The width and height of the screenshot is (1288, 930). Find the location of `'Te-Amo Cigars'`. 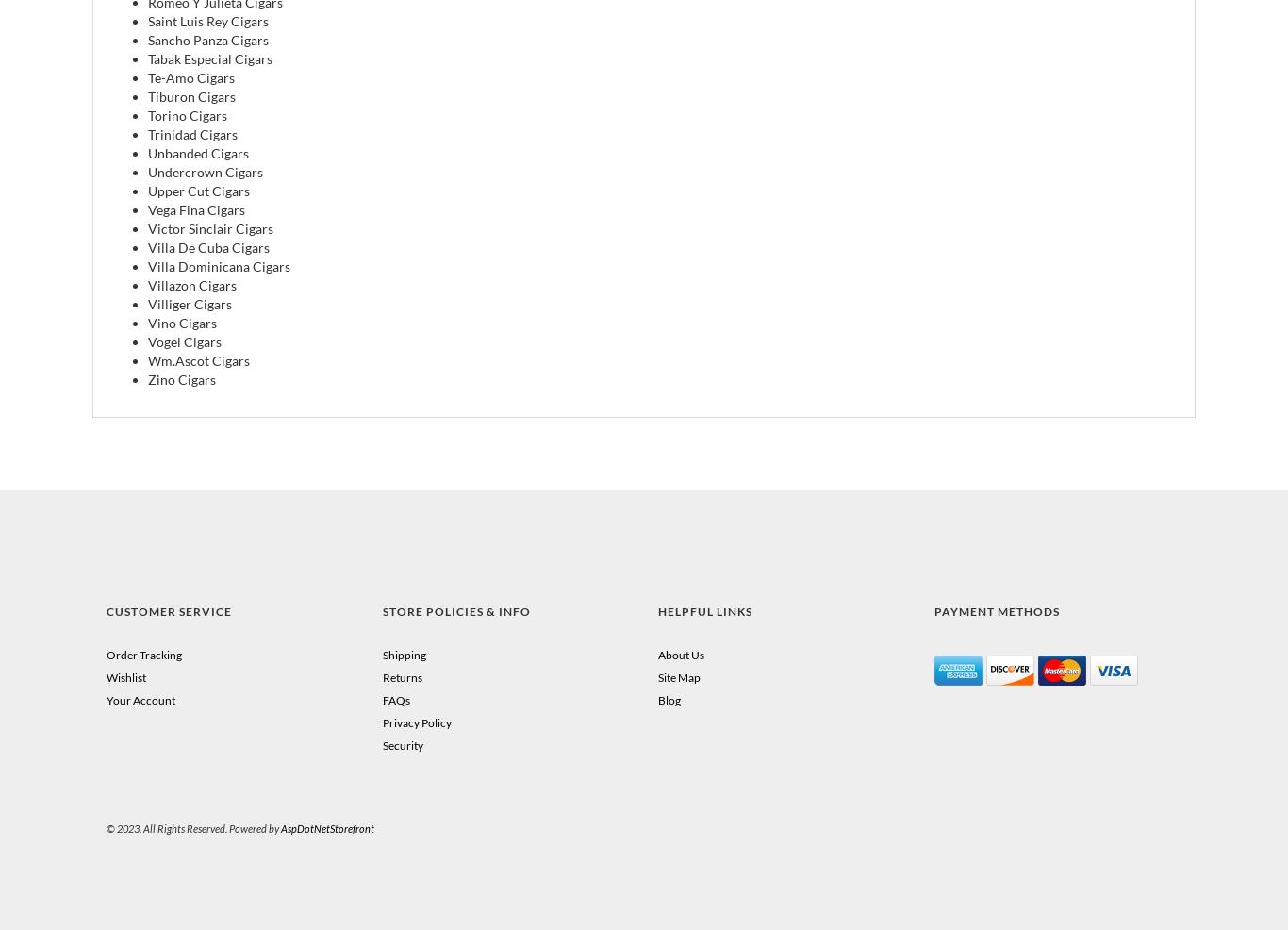

'Te-Amo Cigars' is located at coordinates (190, 75).